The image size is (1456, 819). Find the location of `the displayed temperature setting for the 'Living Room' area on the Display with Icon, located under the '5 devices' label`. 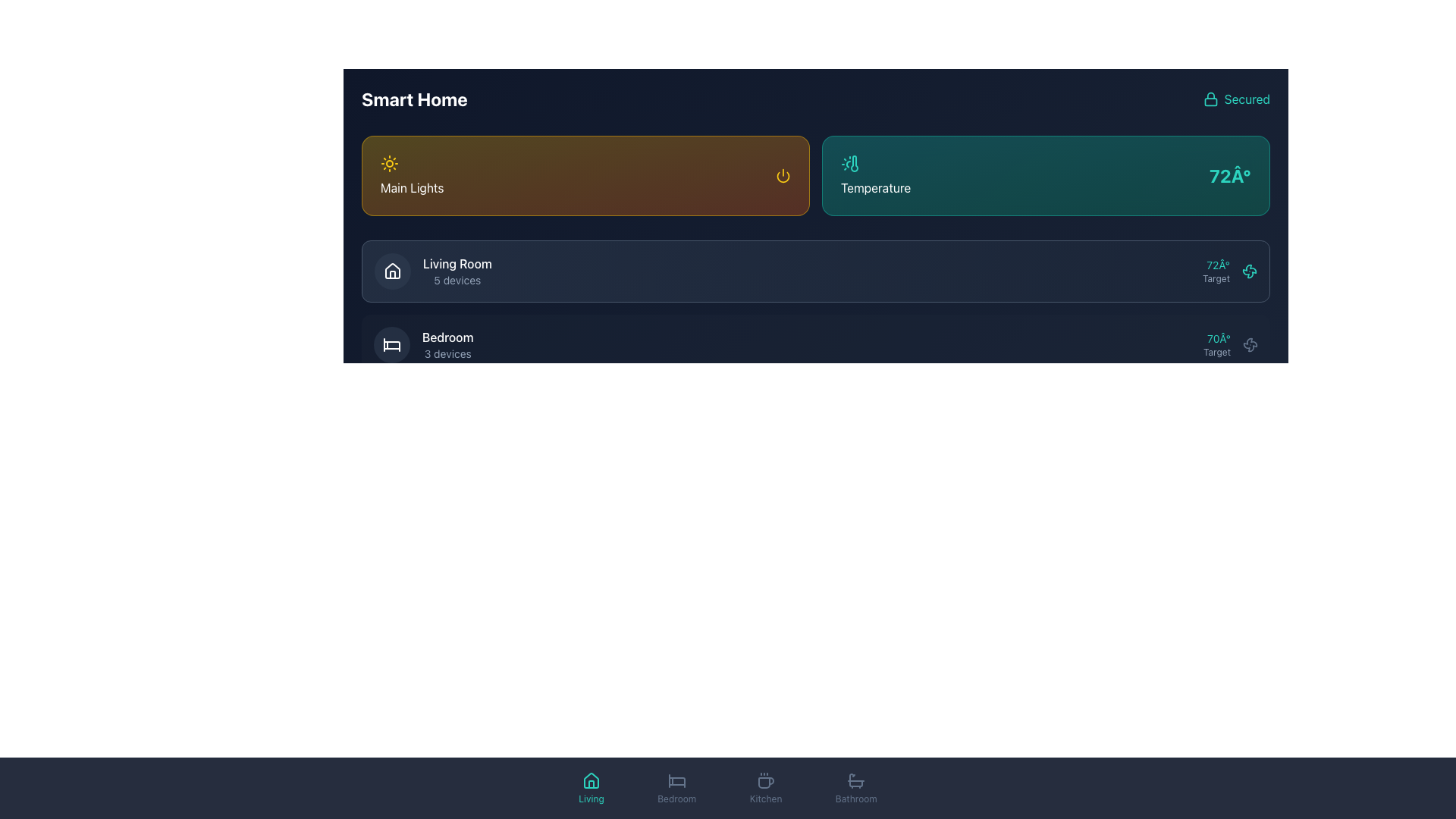

the displayed temperature setting for the 'Living Room' area on the Display with Icon, located under the '5 devices' label is located at coordinates (1230, 271).